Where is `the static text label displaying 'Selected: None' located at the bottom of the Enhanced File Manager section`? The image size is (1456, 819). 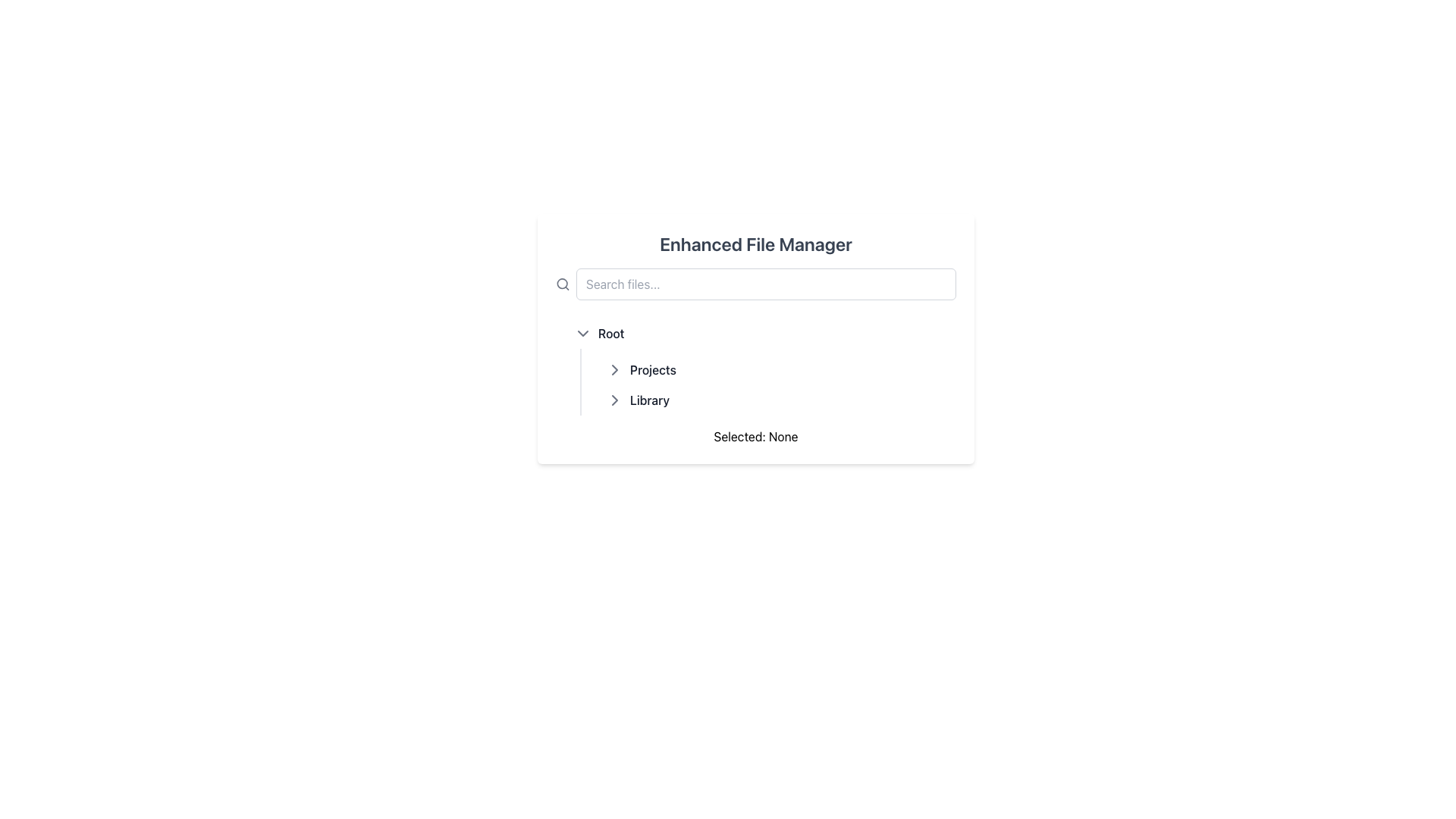
the static text label displaying 'Selected: None' located at the bottom of the Enhanced File Manager section is located at coordinates (756, 436).